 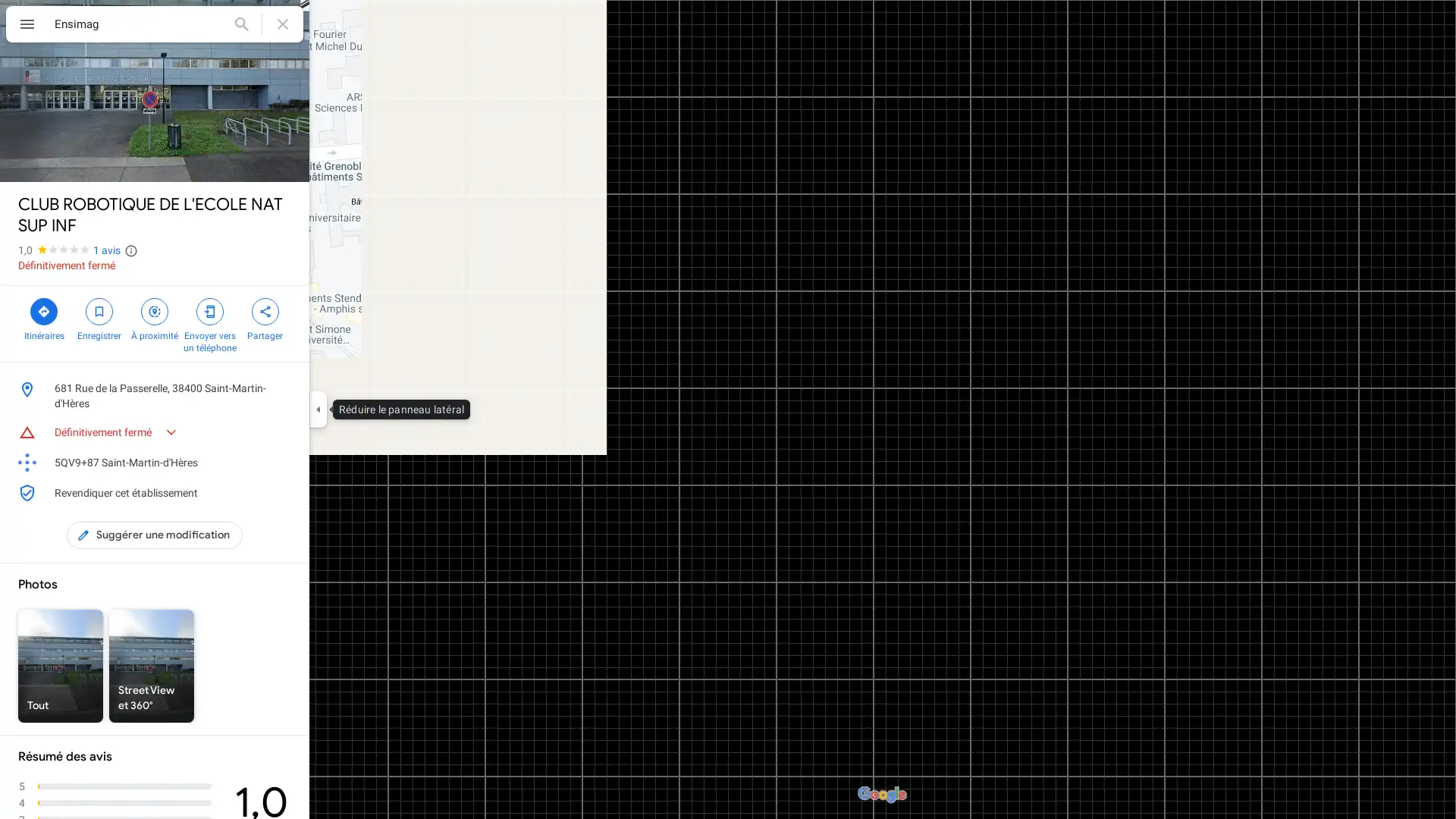 I want to click on Menu, so click(x=27, y=26).